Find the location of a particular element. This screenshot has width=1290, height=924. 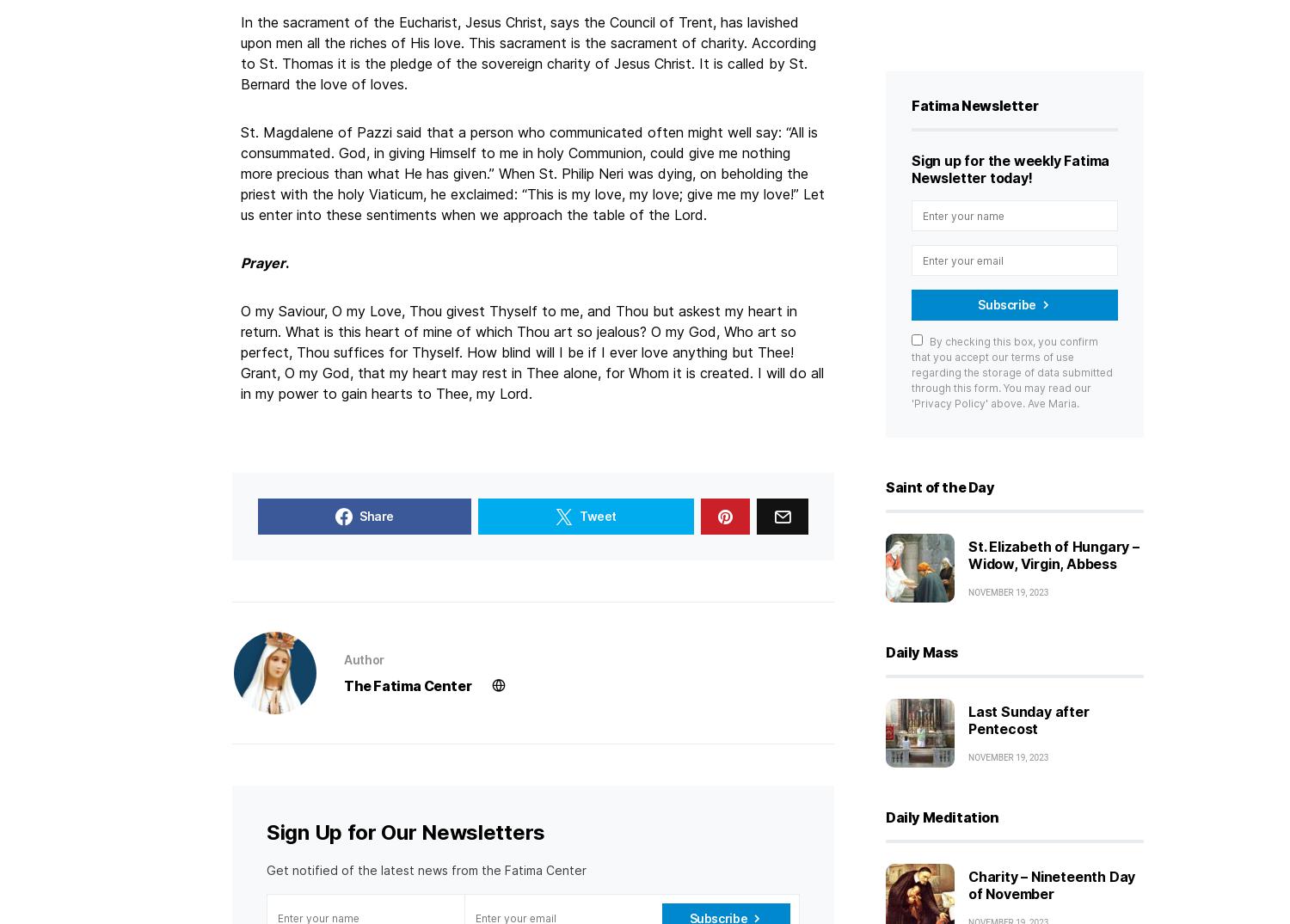

'Prayer' is located at coordinates (263, 262).